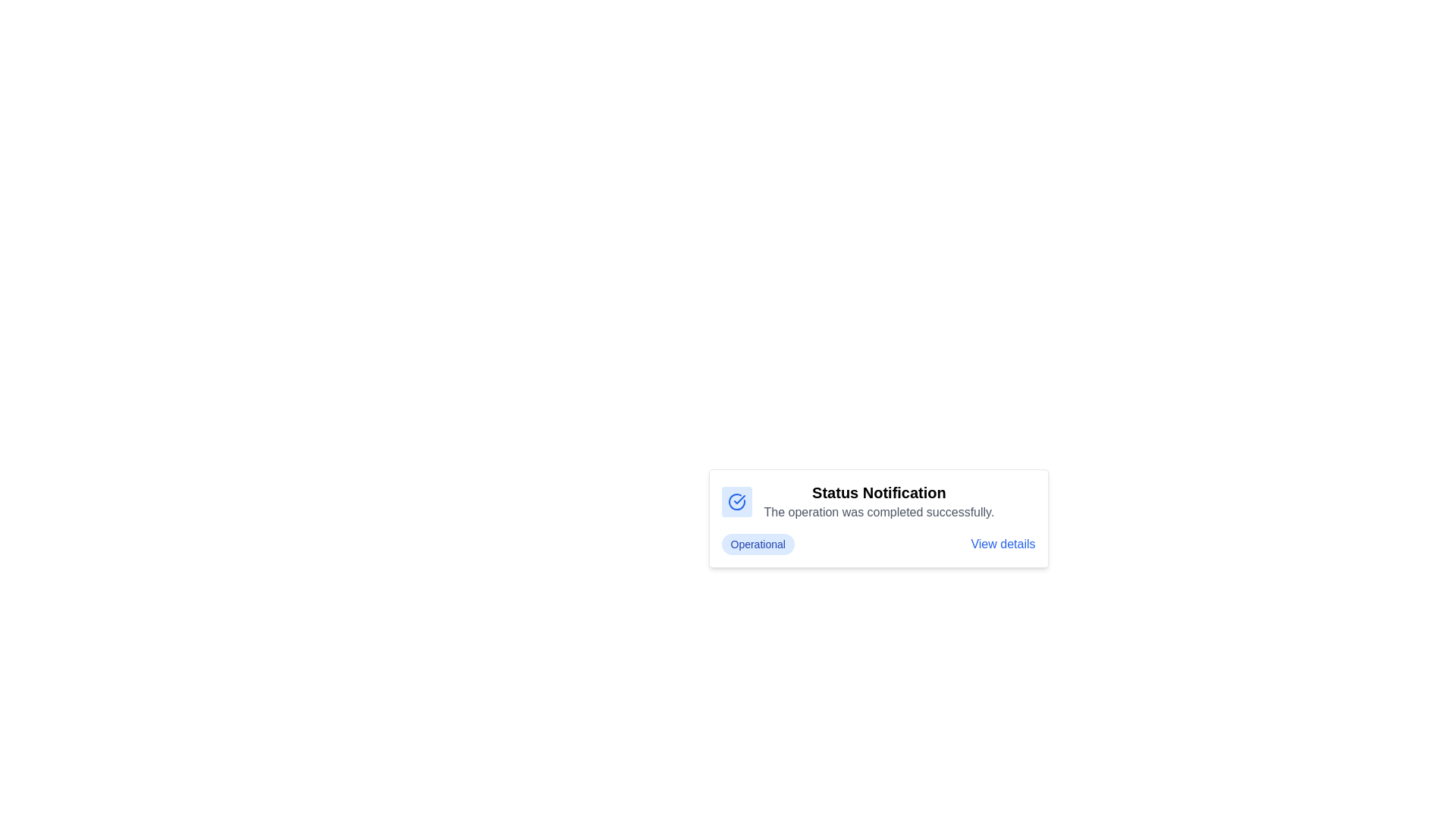 Image resolution: width=1456 pixels, height=819 pixels. Describe the element at coordinates (879, 493) in the screenshot. I see `the Text Label that serves as a title or heading, positioned above the status message and to the right of an icon, located centrally near the bottom of the main interface` at that location.